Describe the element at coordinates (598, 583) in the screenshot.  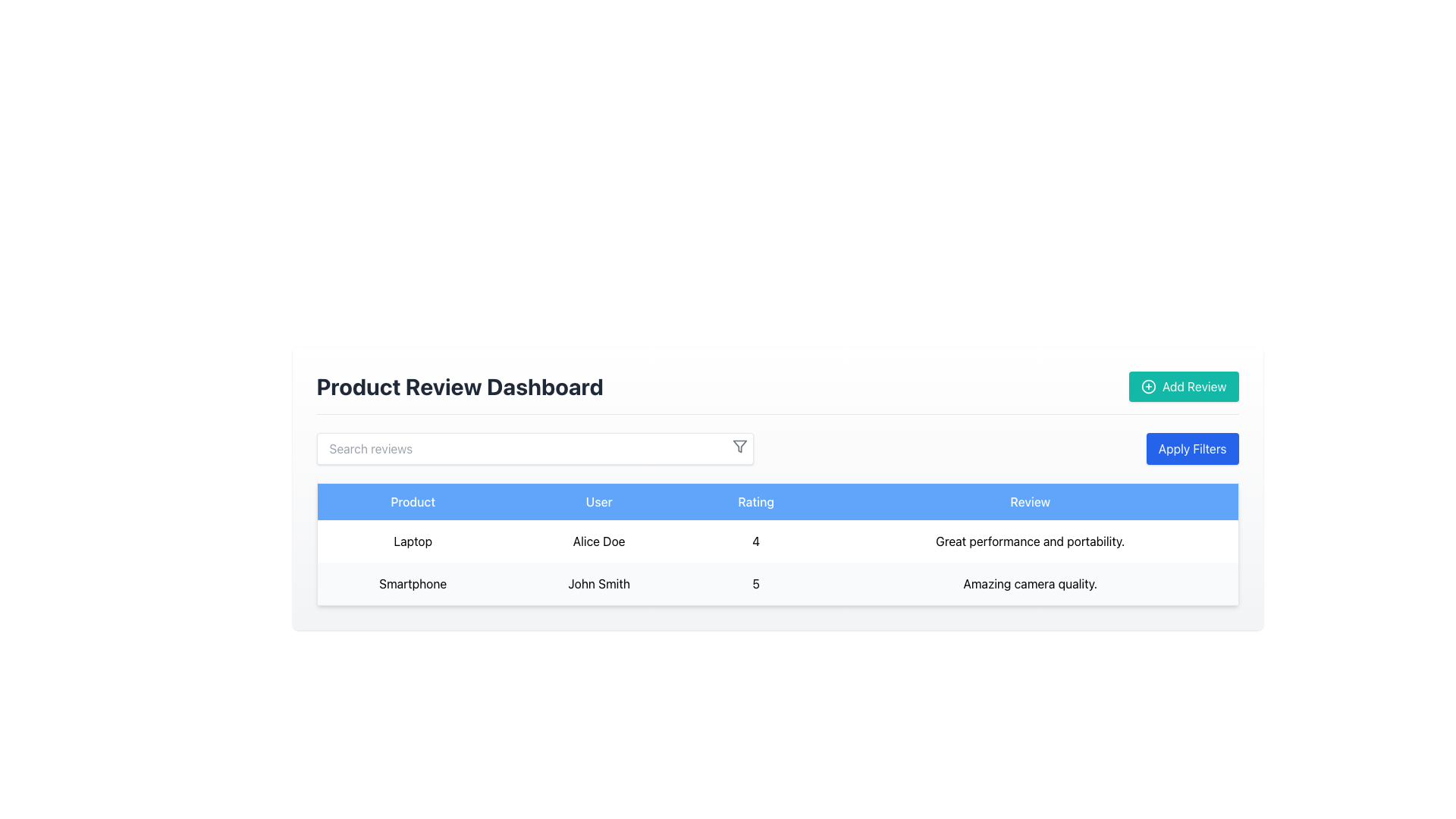
I see `the text cell that displays the name of the user associated with the product 'Smartphone' located in the second cell under the header 'User' in the table` at that location.